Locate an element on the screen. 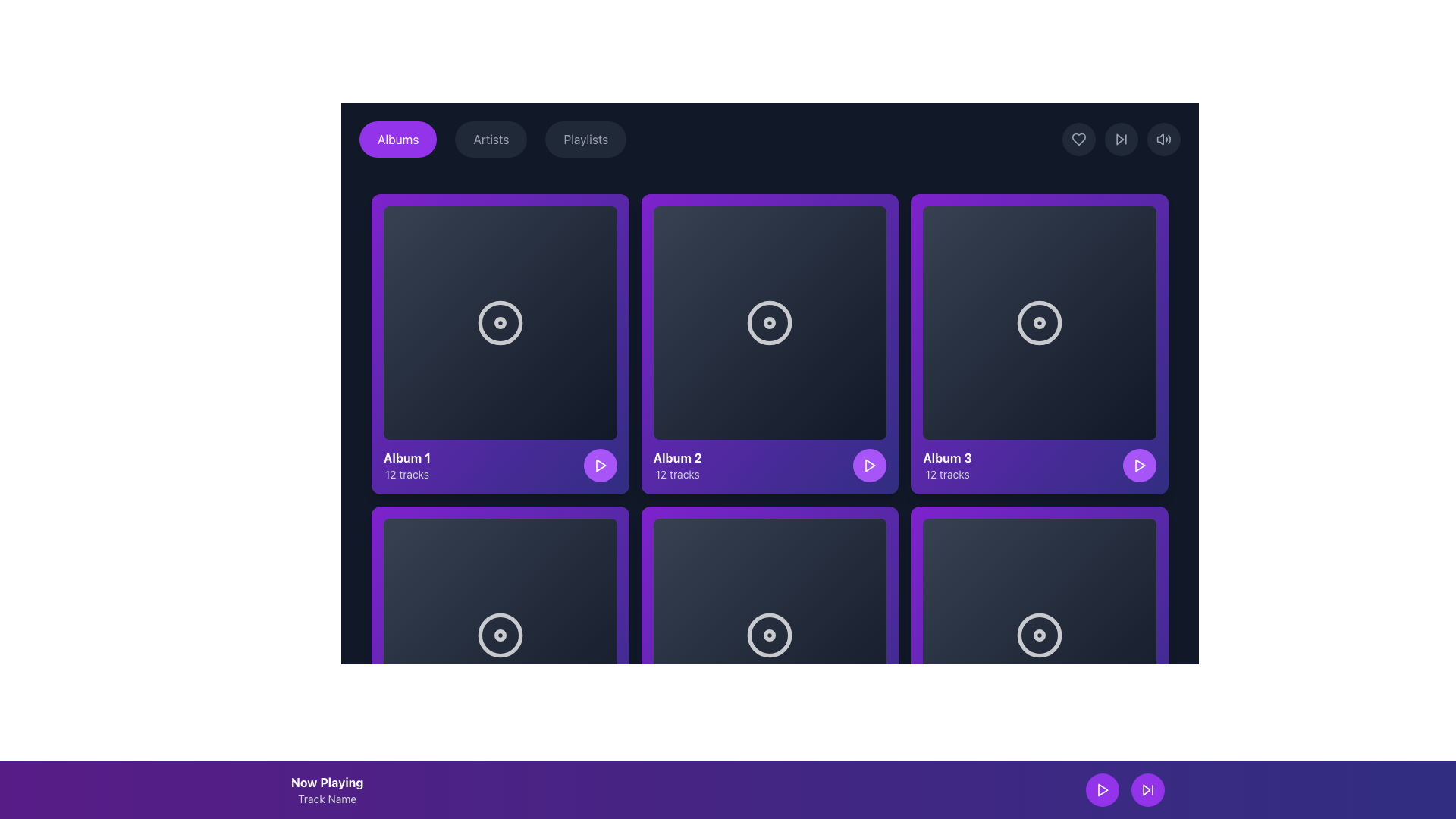 The image size is (1456, 819). the Play button is located at coordinates (599, 777).